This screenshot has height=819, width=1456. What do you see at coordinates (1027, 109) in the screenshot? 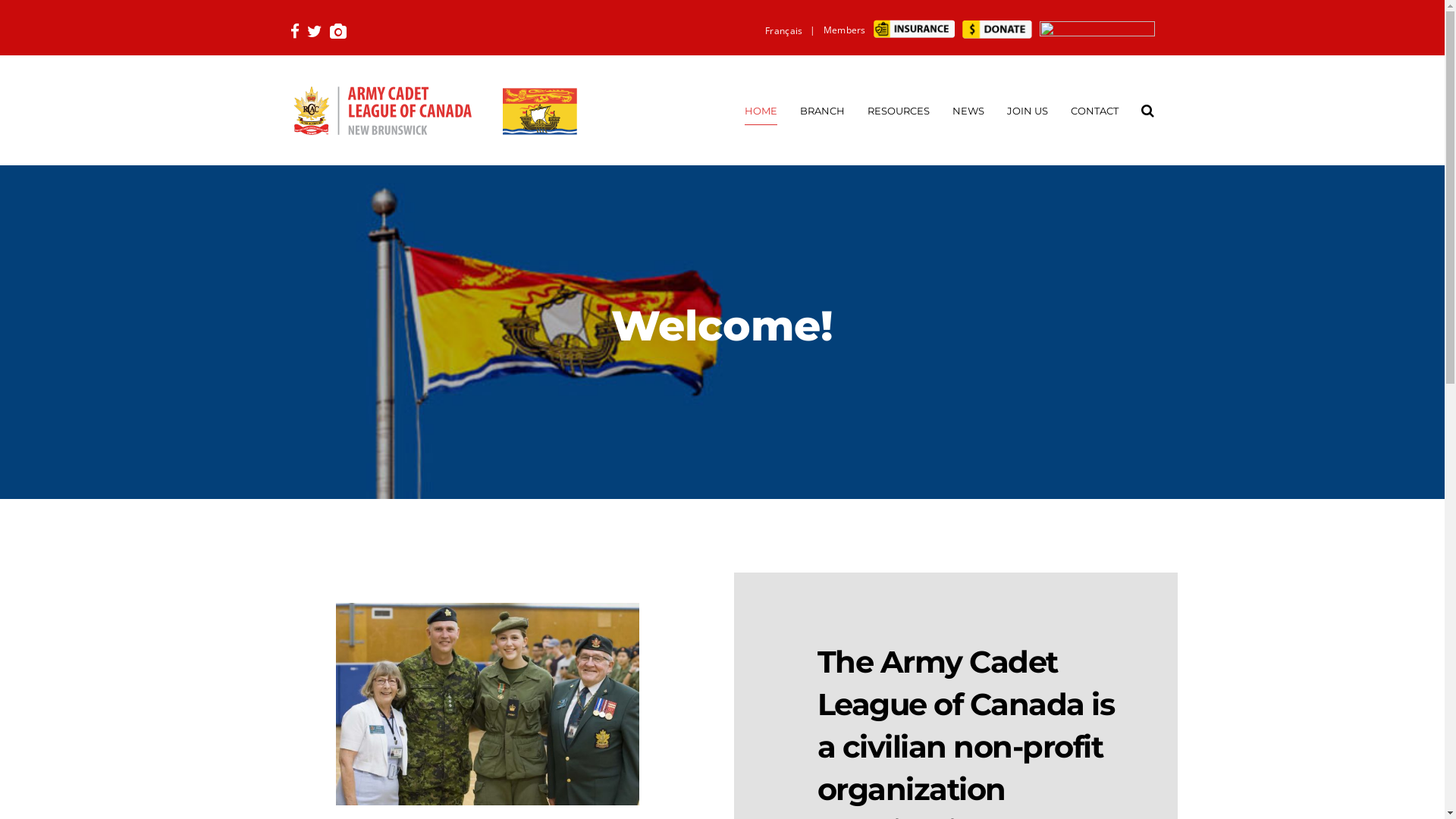
I see `'JOIN US'` at bounding box center [1027, 109].